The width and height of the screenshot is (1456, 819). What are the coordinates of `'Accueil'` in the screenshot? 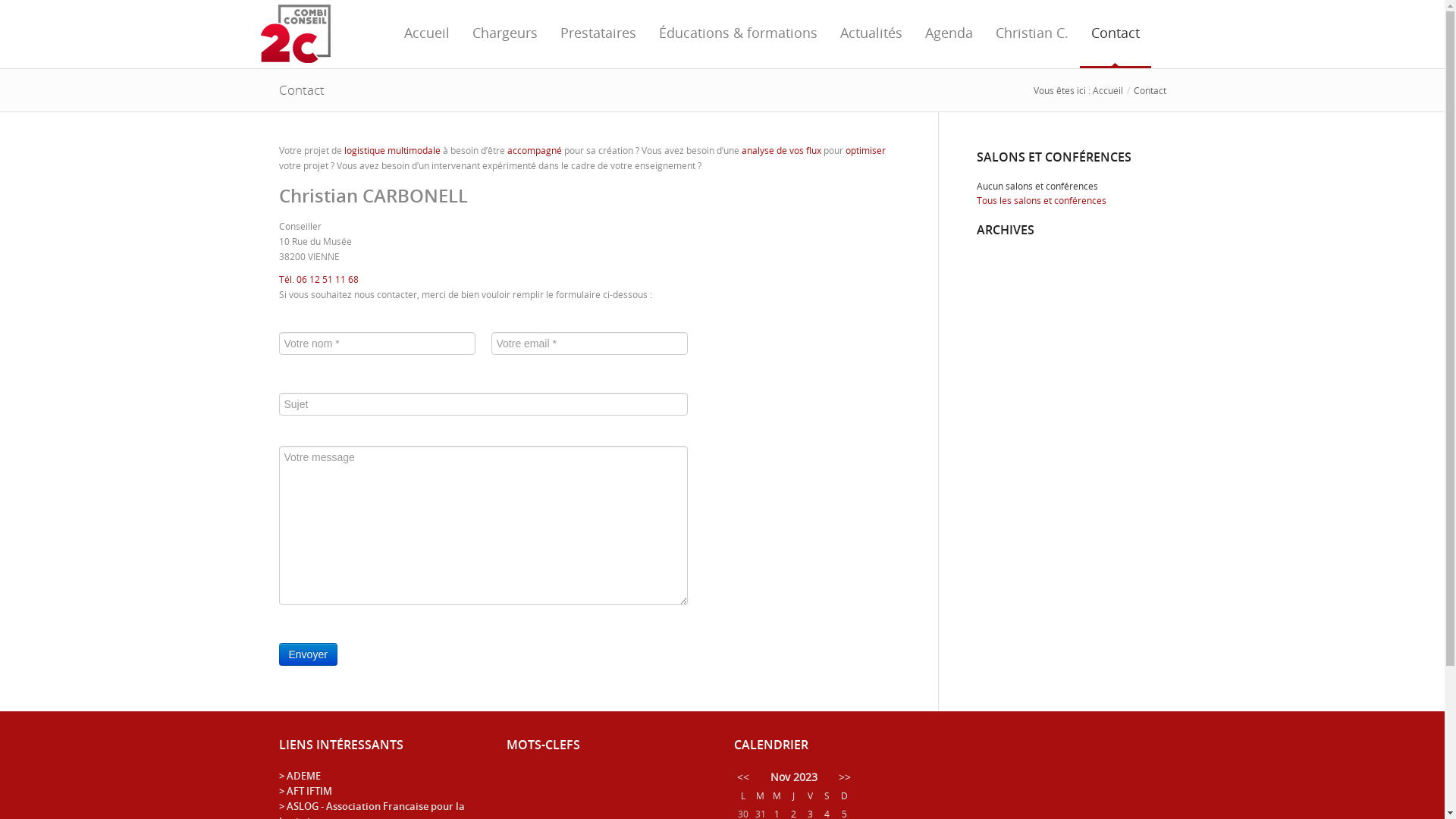 It's located at (1106, 90).